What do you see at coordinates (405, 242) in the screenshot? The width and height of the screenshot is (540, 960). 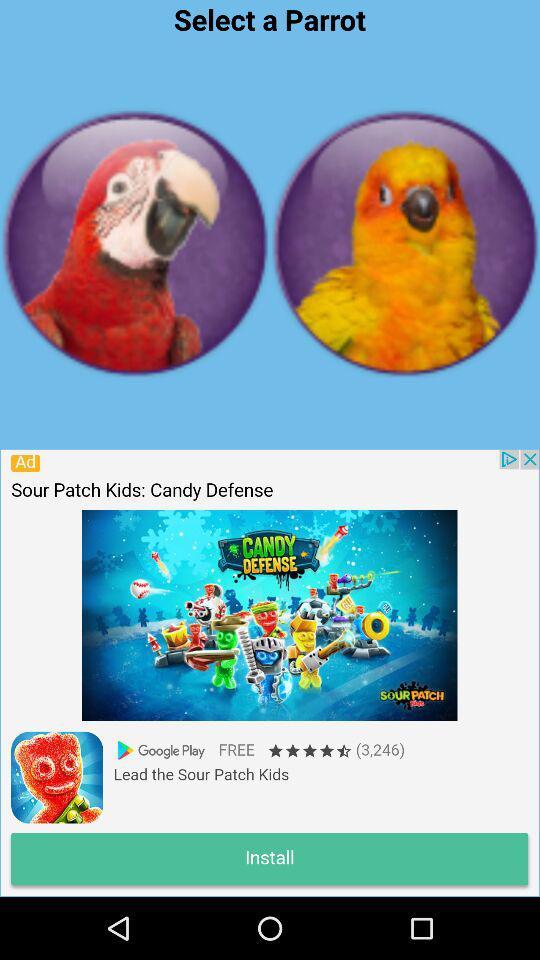 I see `game of birds` at bounding box center [405, 242].